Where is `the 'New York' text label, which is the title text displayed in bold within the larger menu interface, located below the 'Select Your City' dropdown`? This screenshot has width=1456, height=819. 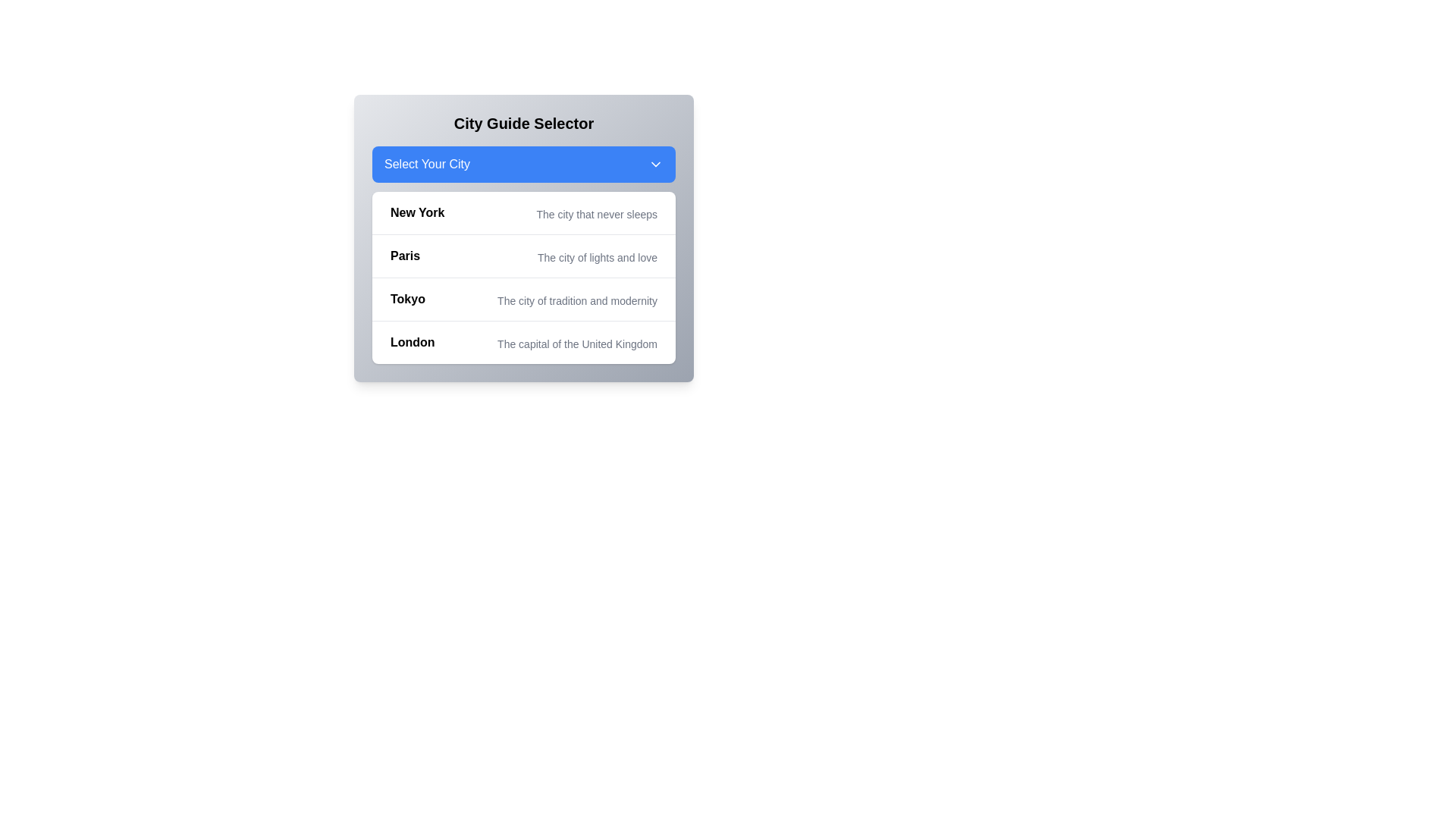
the 'New York' text label, which is the title text displayed in bold within the larger menu interface, located below the 'Select Your City' dropdown is located at coordinates (417, 213).